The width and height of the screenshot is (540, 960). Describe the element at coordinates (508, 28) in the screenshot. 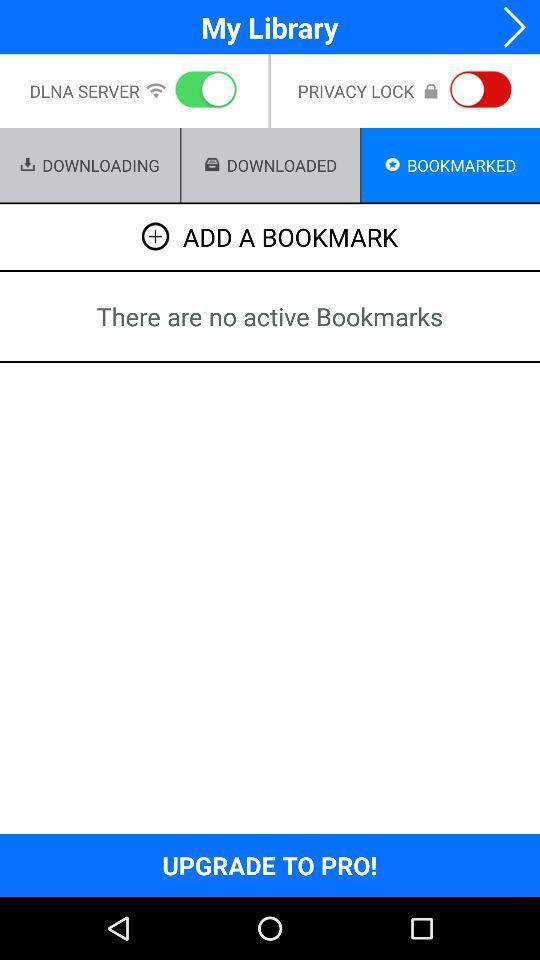

I see `the arrow_forward icon` at that location.